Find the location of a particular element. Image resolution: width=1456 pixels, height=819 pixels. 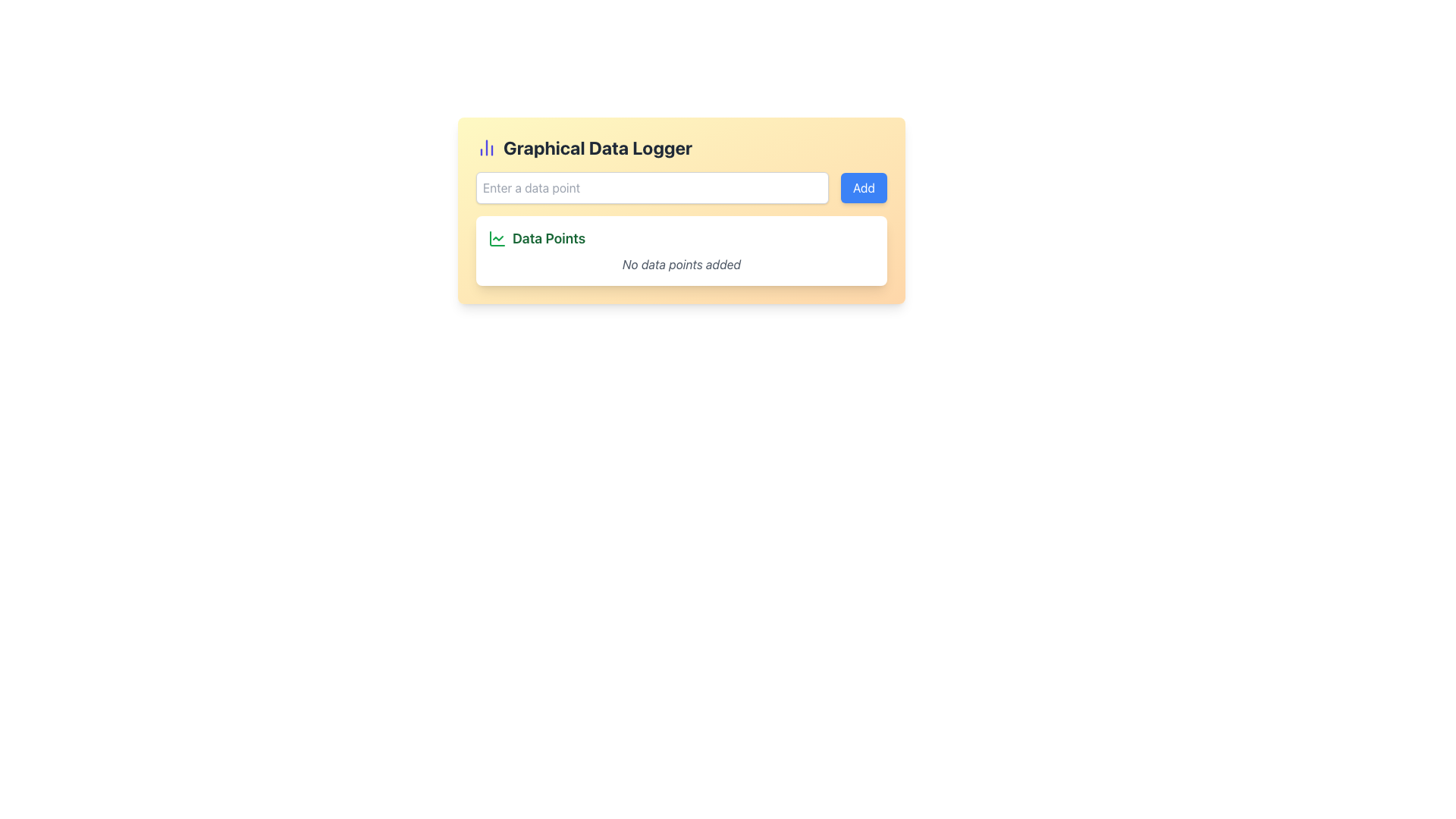

the Header Text displaying 'Graphical Data Logger', which is styled in bold dark gray and accompanied by an indigo icon representing a graph is located at coordinates (680, 148).